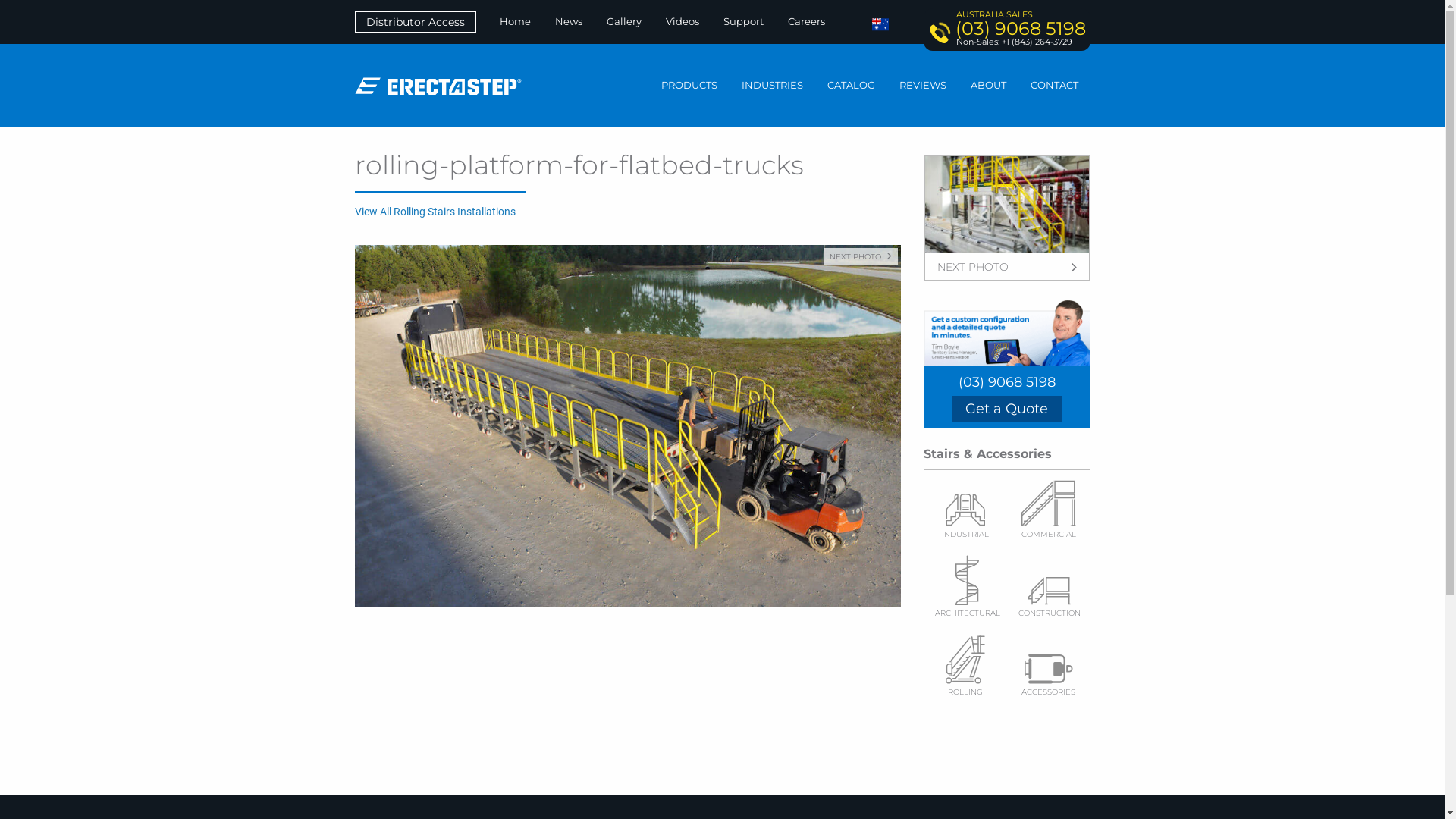 This screenshot has height=819, width=1456. What do you see at coordinates (850, 85) in the screenshot?
I see `'CATALOG'` at bounding box center [850, 85].